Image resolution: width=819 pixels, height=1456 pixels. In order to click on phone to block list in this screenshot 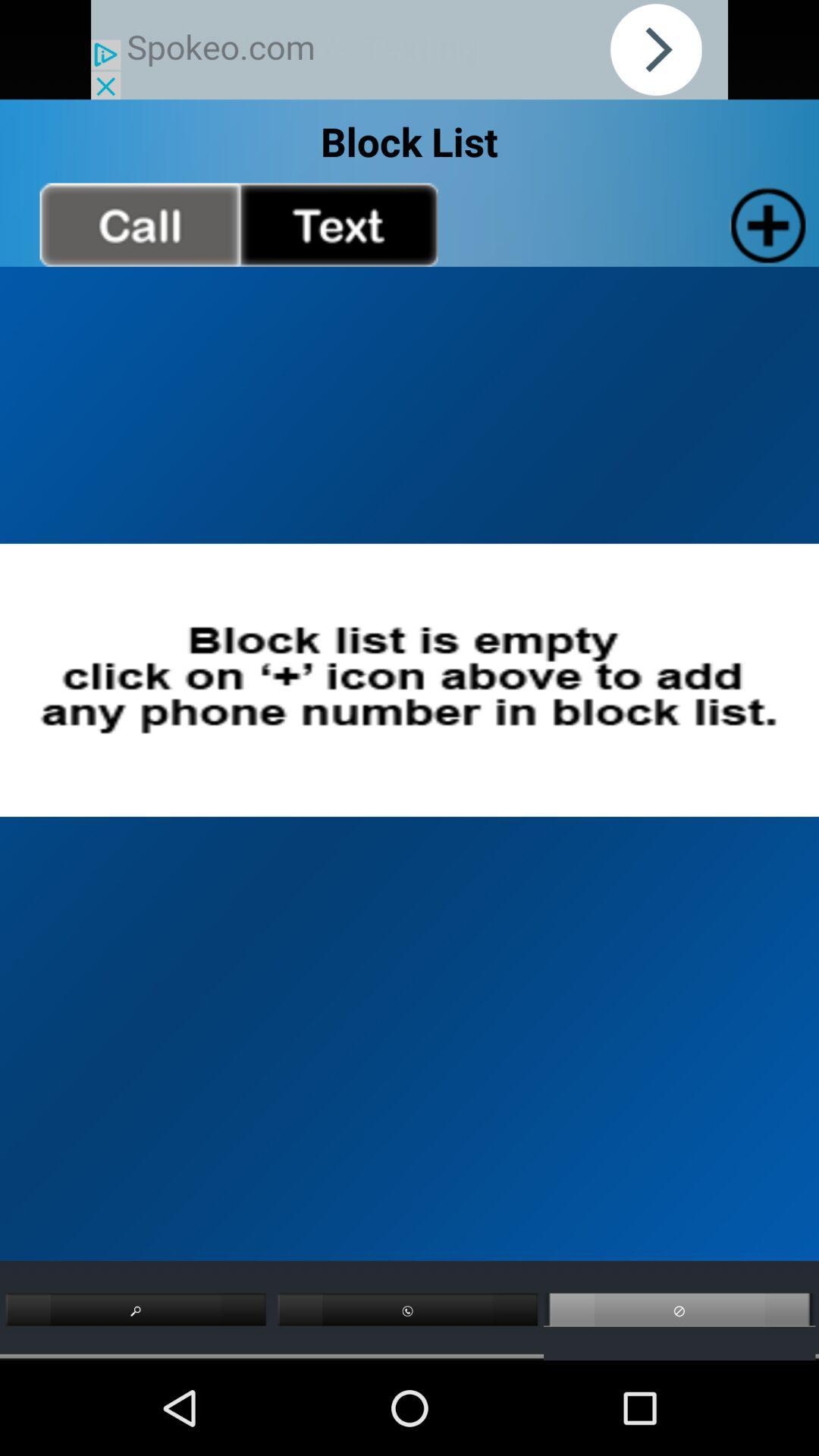, I will do `click(765, 224)`.